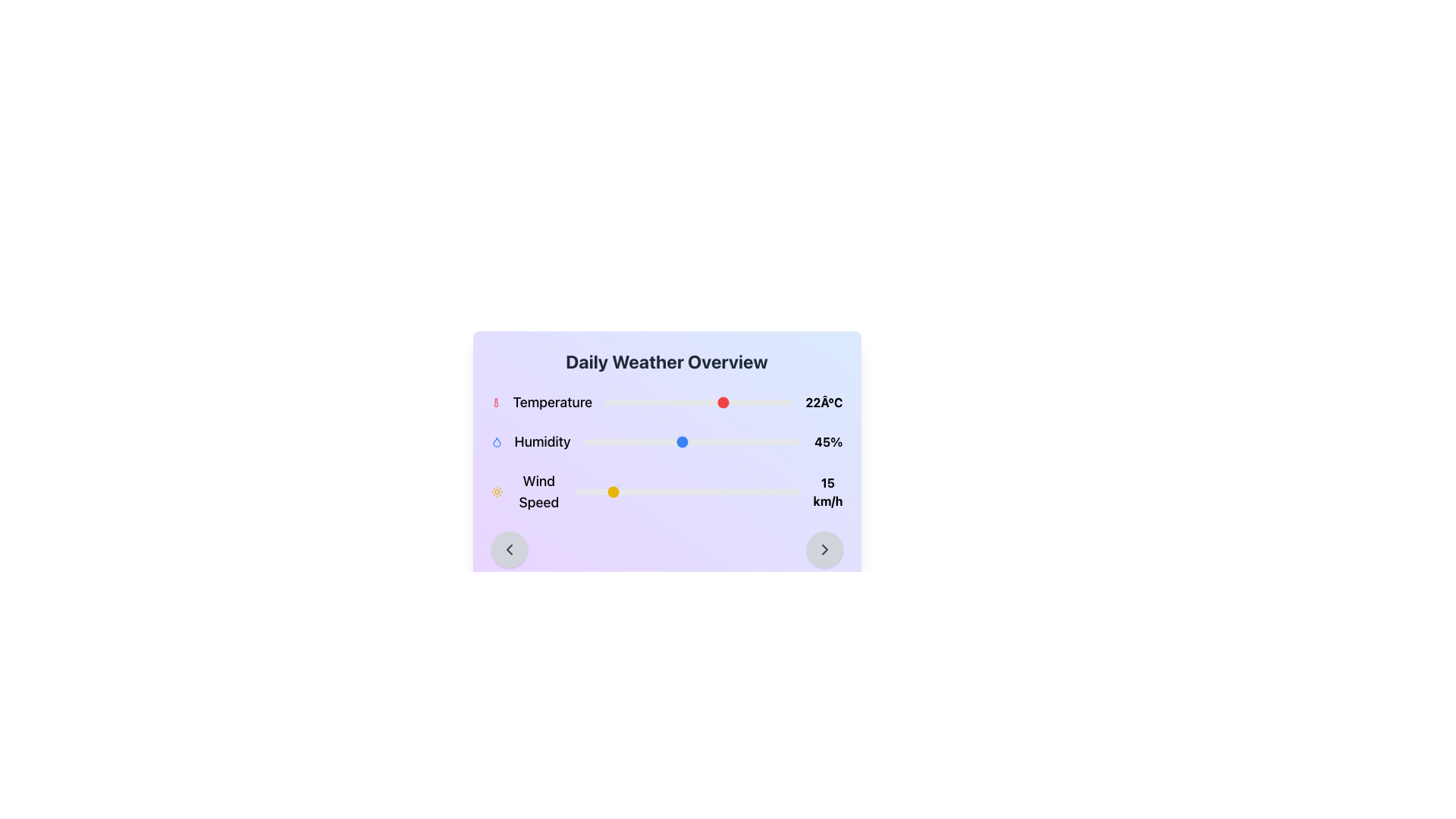  What do you see at coordinates (658, 491) in the screenshot?
I see `the wind speed` at bounding box center [658, 491].